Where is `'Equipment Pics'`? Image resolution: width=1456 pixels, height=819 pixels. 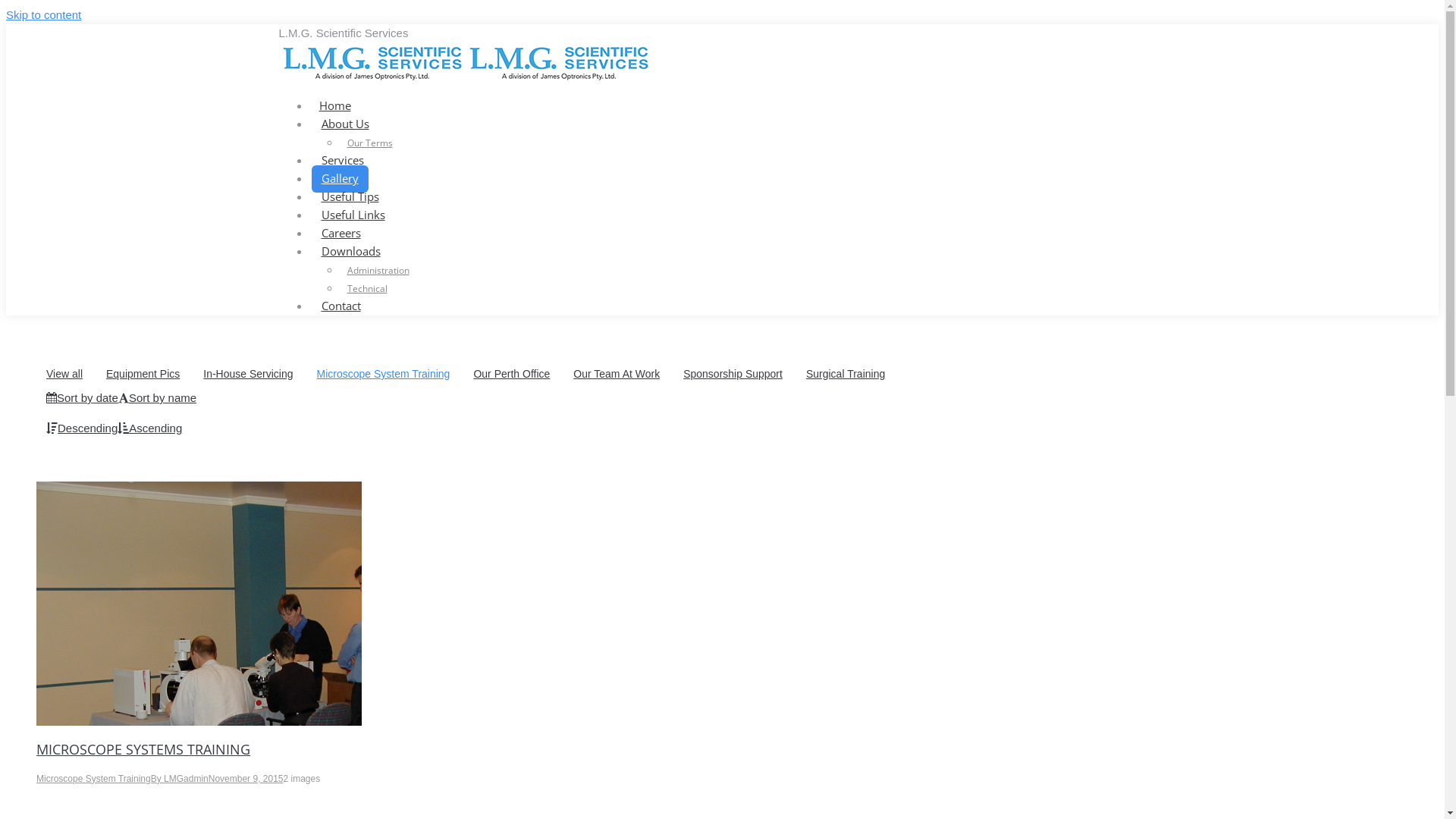
'Equipment Pics' is located at coordinates (143, 374).